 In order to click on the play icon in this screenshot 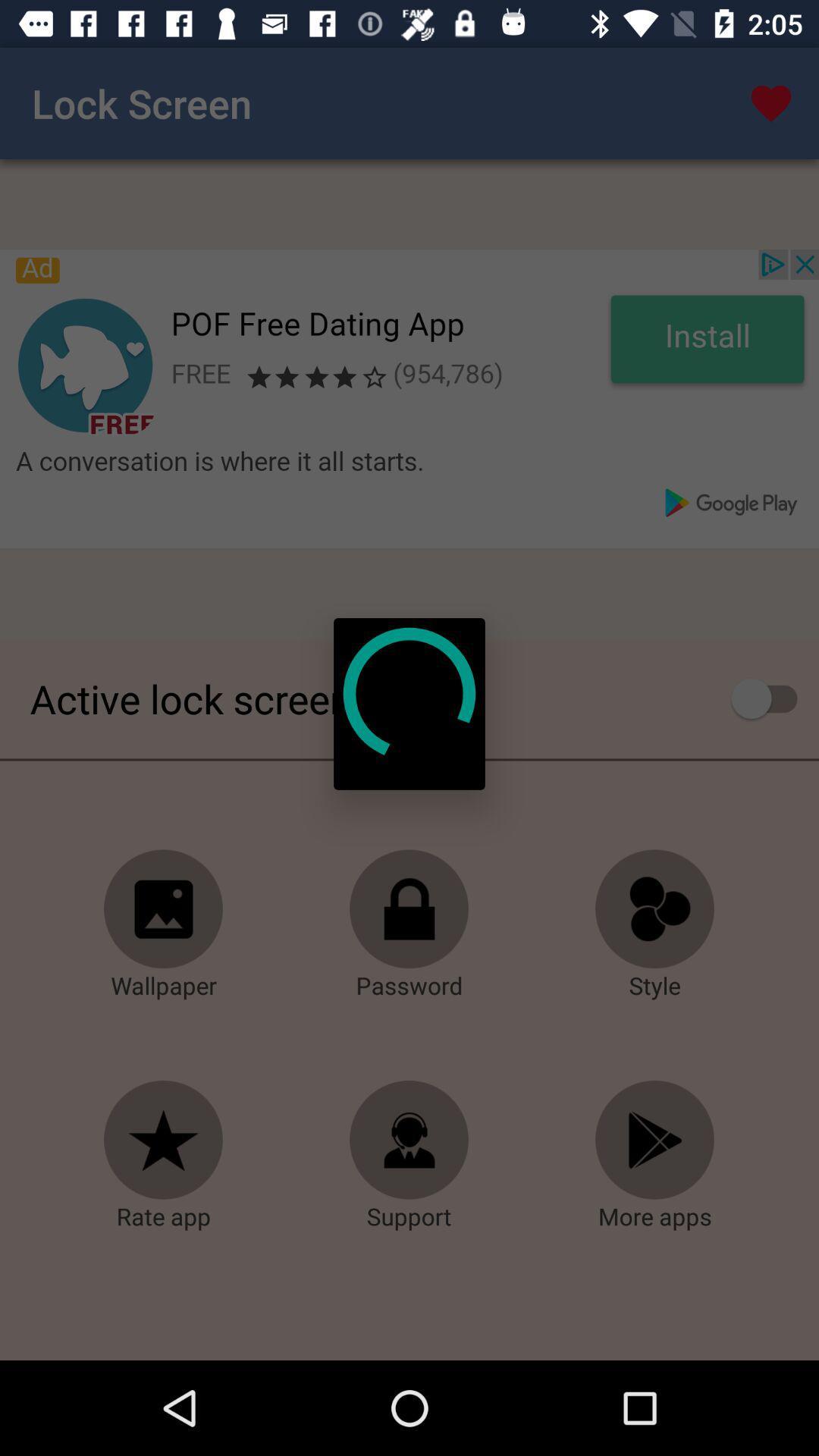, I will do `click(654, 1140)`.